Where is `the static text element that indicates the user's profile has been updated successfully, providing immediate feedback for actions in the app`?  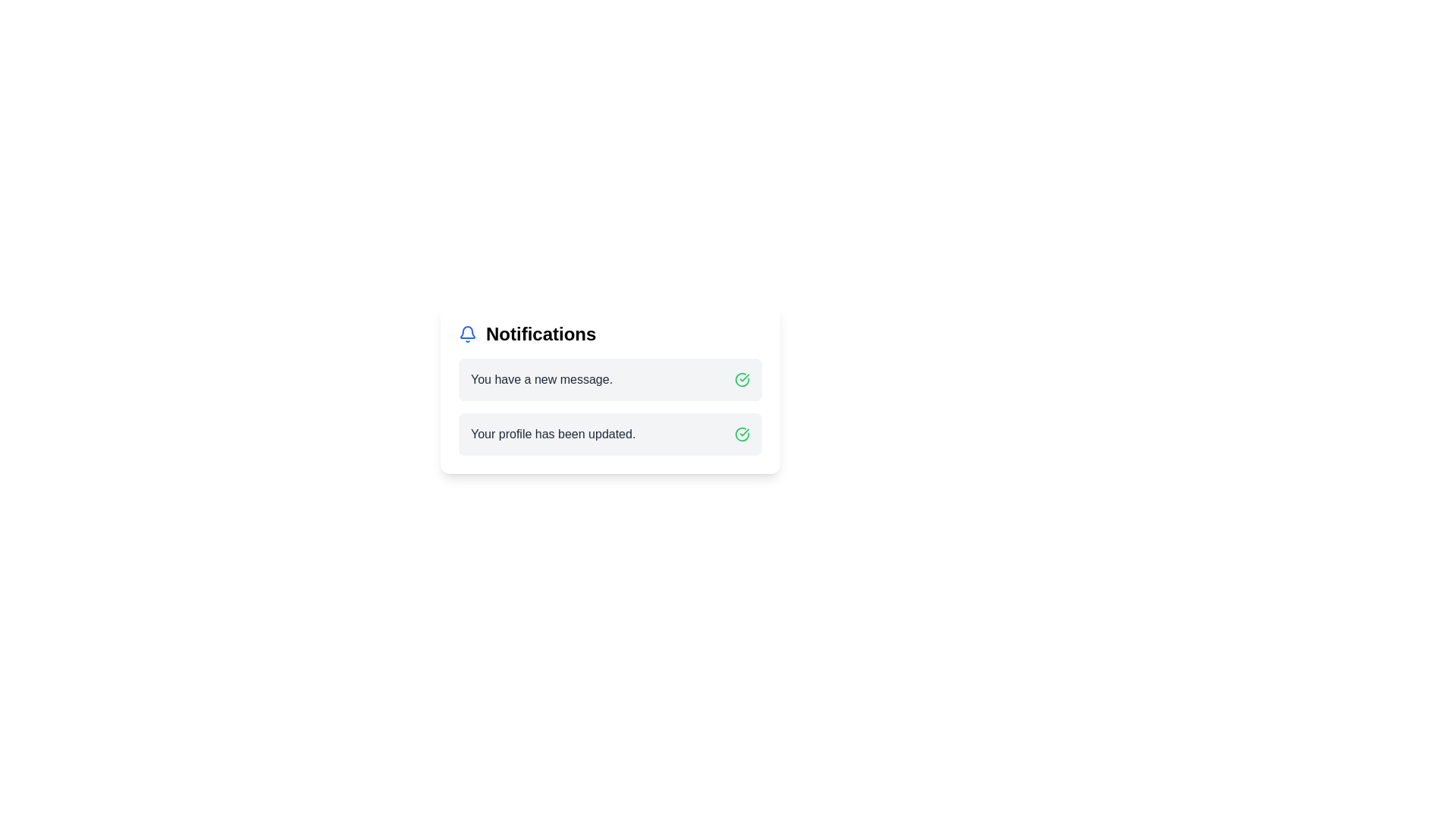
the static text element that indicates the user's profile has been updated successfully, providing immediate feedback for actions in the app is located at coordinates (552, 435).